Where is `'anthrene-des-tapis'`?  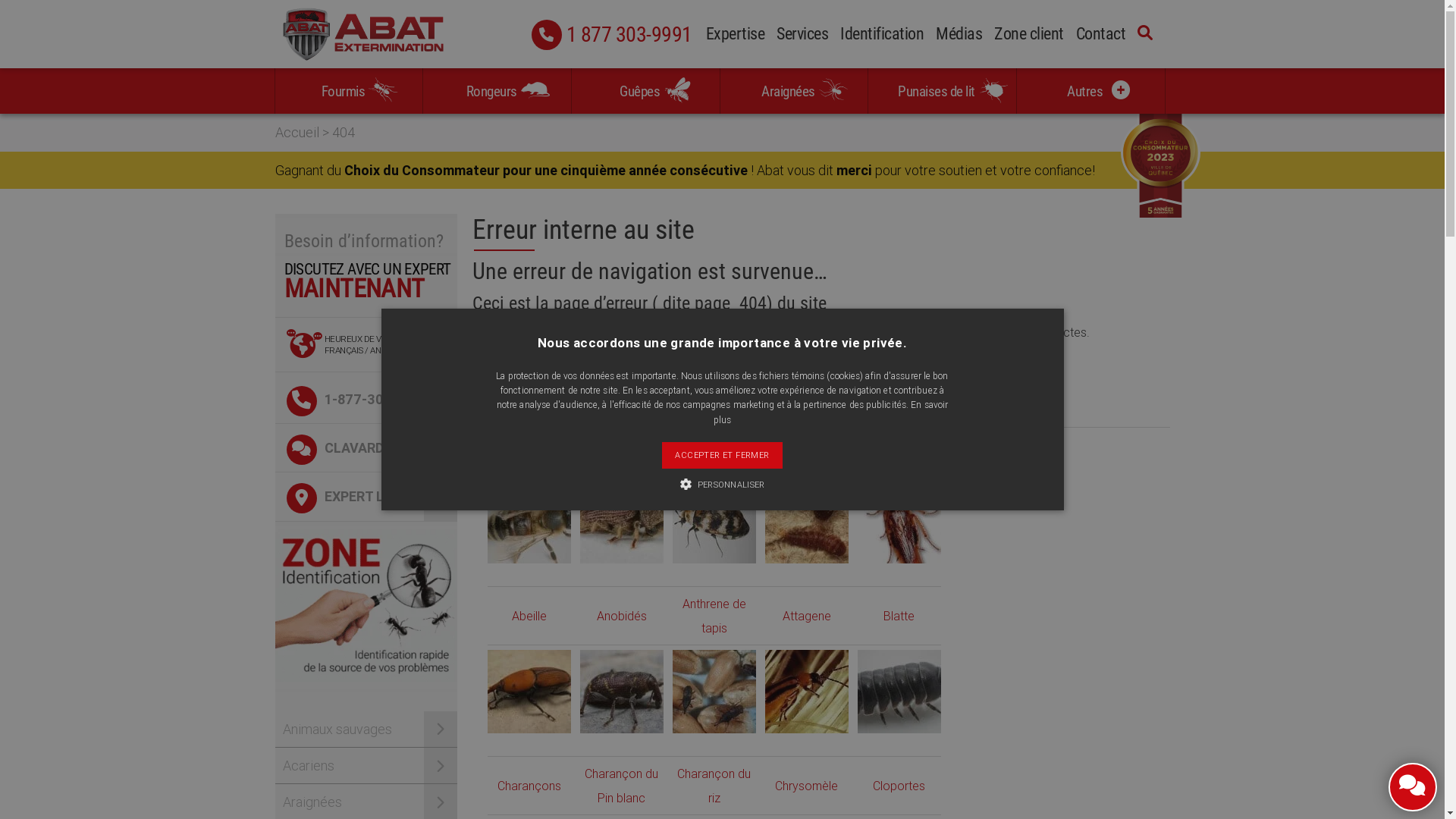
'anthrene-des-tapis' is located at coordinates (671, 520).